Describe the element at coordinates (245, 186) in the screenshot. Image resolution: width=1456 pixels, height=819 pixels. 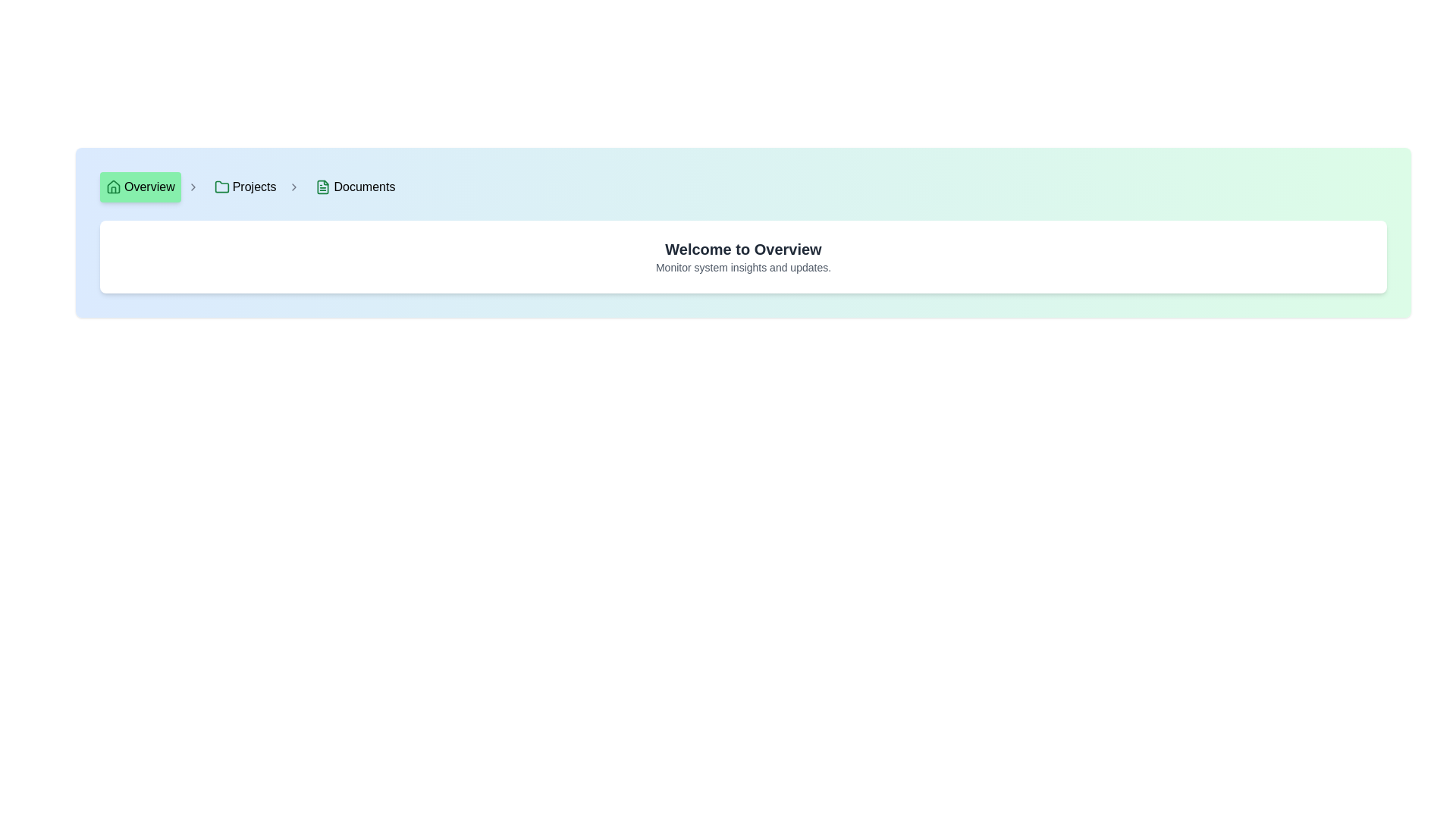
I see `the second item in the breadcrumb navigation bar, which is a Navigational Link with an icon and text` at that location.